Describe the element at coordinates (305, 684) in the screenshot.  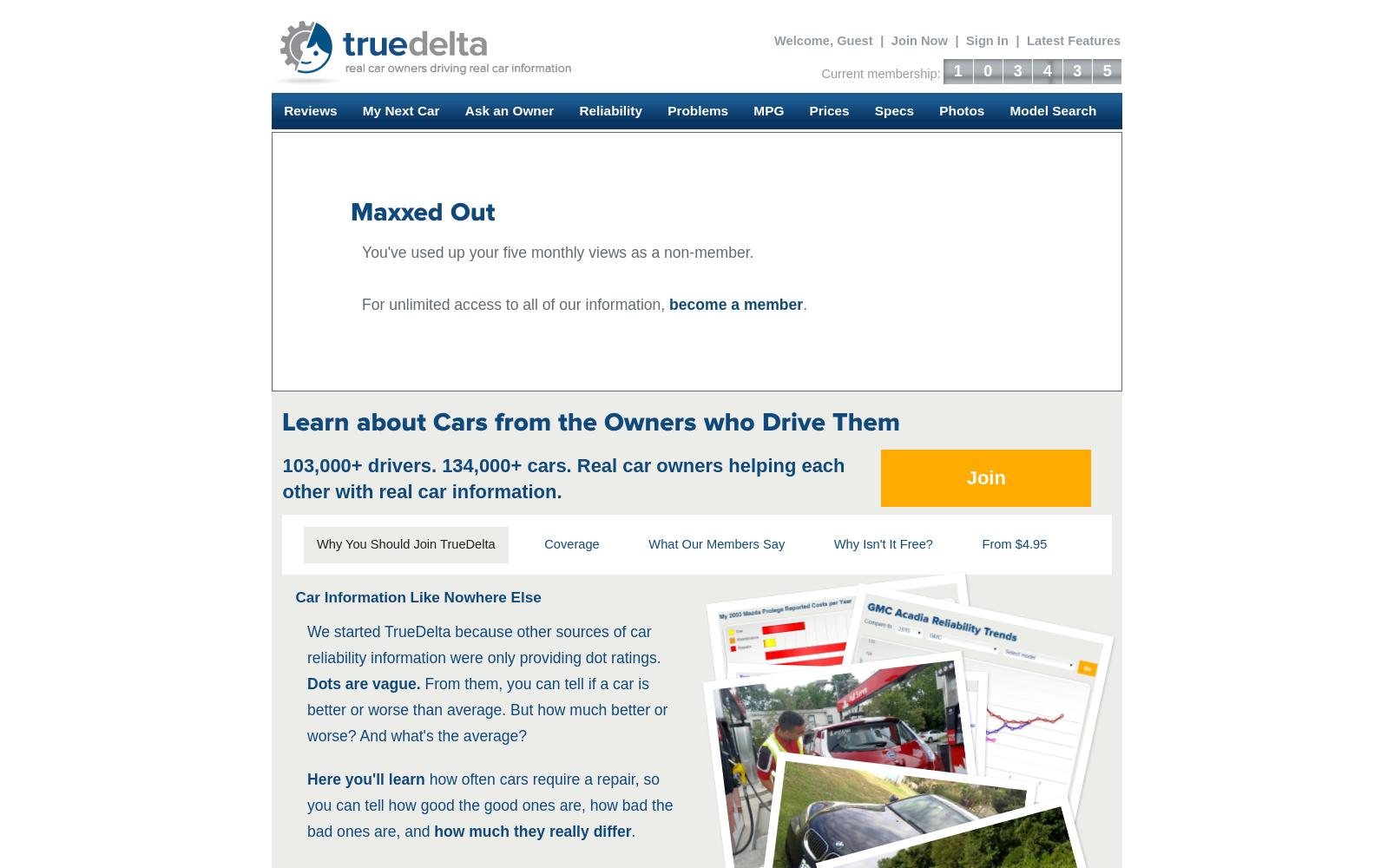
I see `'Dots are vague.'` at that location.